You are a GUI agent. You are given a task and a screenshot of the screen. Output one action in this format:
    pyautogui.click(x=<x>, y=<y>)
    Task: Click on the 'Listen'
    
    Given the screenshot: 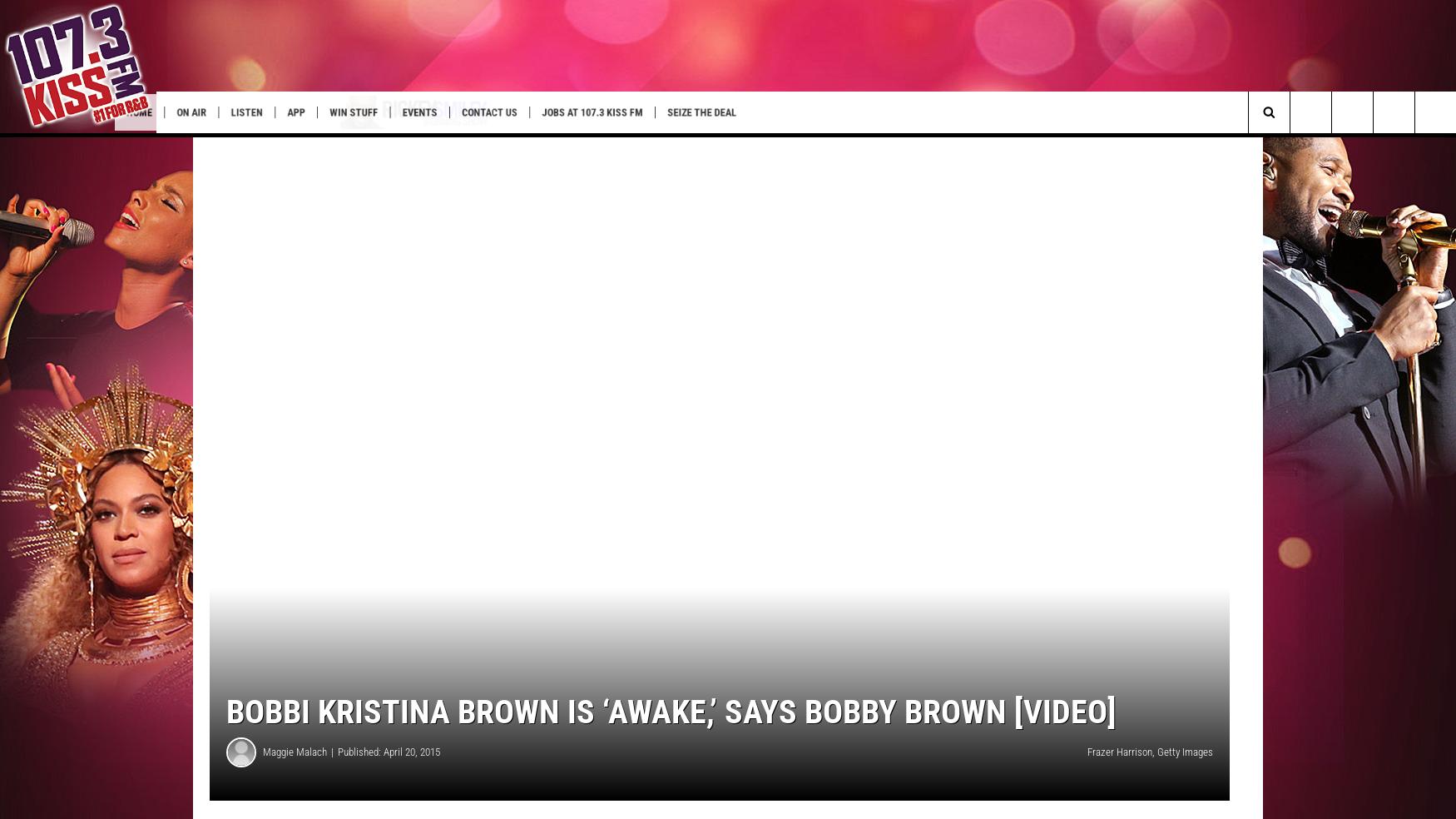 What is the action you would take?
    pyautogui.click(x=305, y=112)
    